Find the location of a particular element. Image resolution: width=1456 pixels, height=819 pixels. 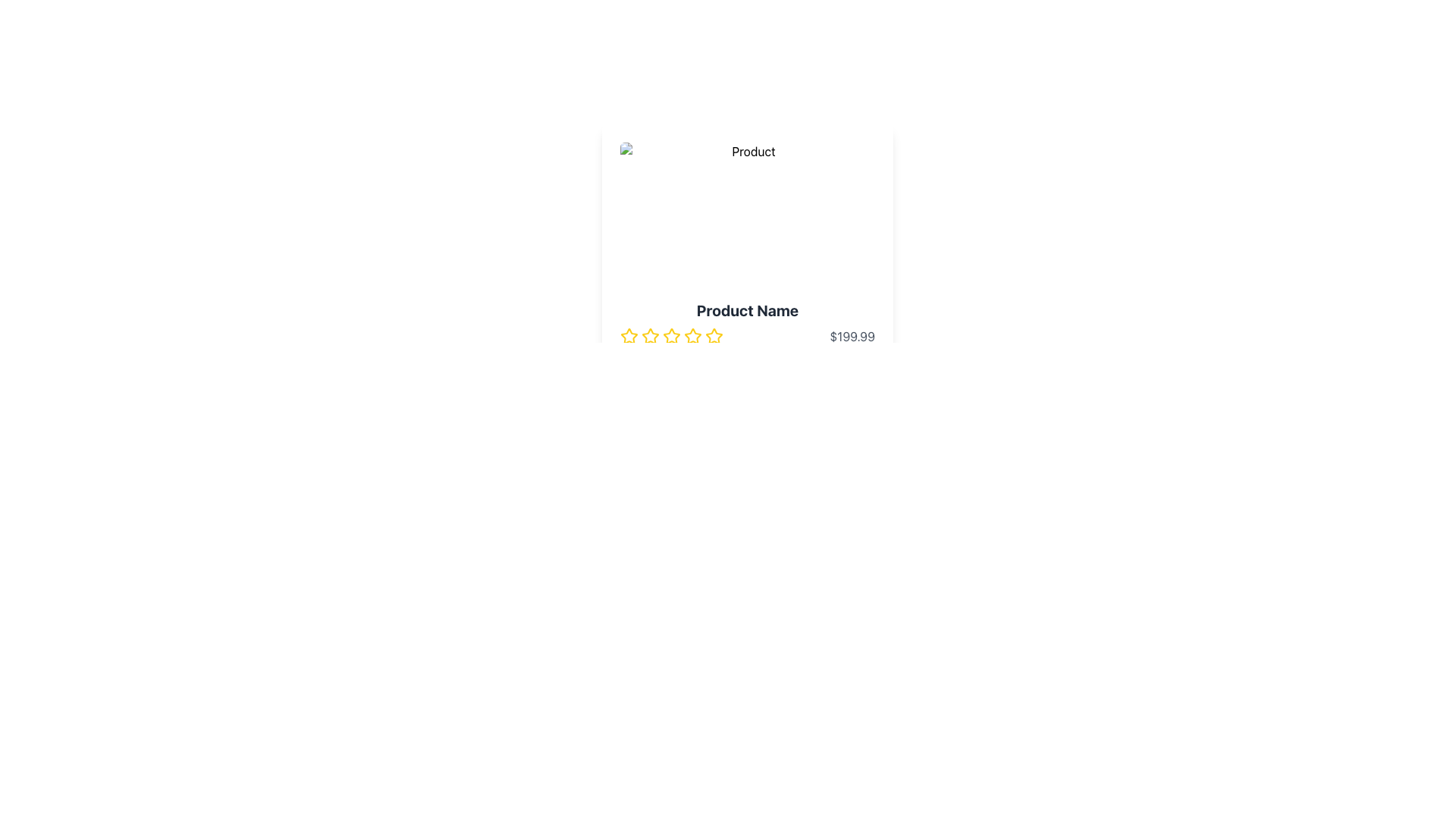

the bold text label displaying 'Product Name', which is centrally aligned at the top of the product details section is located at coordinates (747, 309).